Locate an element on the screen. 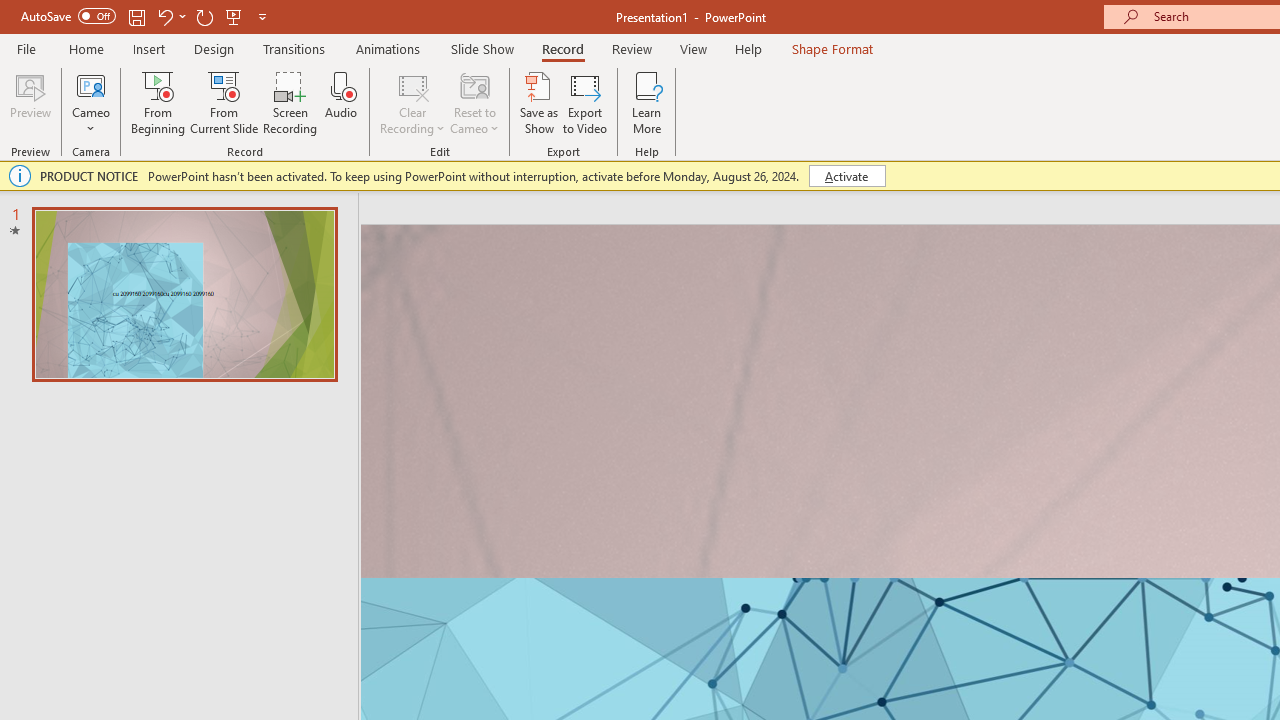  'Activate' is located at coordinates (847, 175).